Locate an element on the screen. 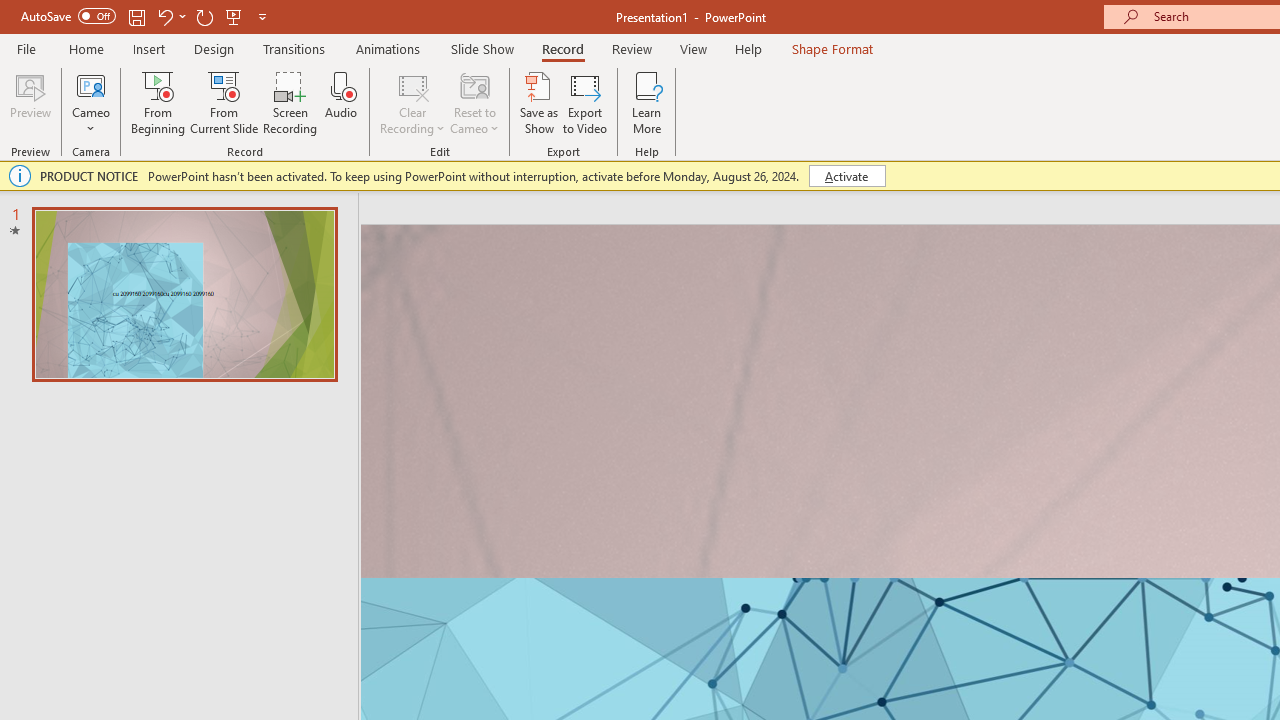  'Activate' is located at coordinates (847, 175).